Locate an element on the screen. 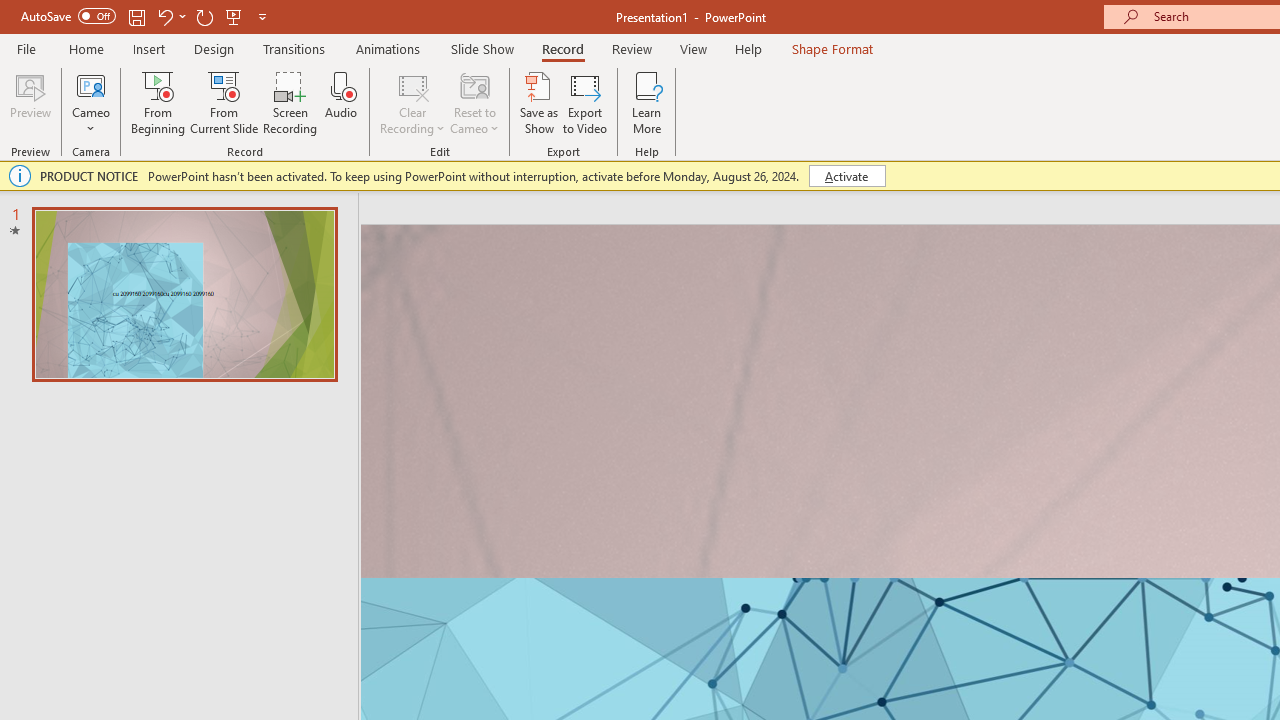  'Activate' is located at coordinates (847, 175).